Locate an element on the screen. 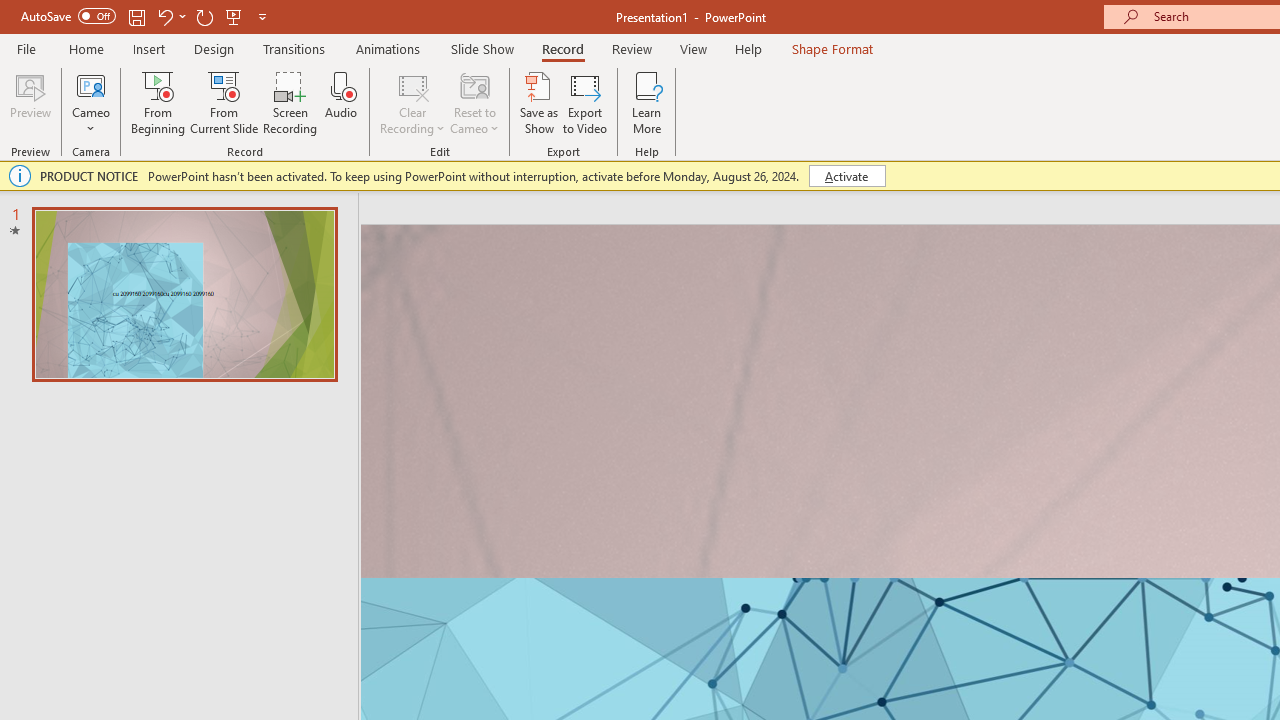  'Activate' is located at coordinates (847, 175).